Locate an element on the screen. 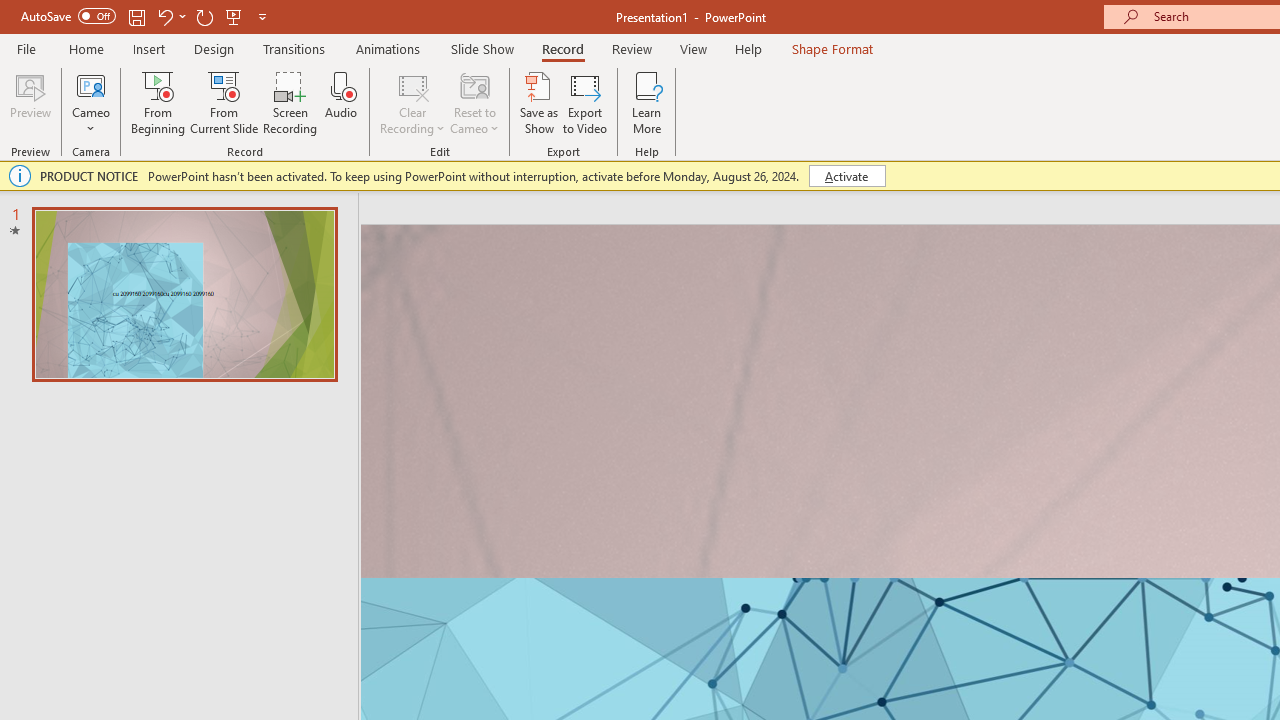  'Activate' is located at coordinates (847, 175).